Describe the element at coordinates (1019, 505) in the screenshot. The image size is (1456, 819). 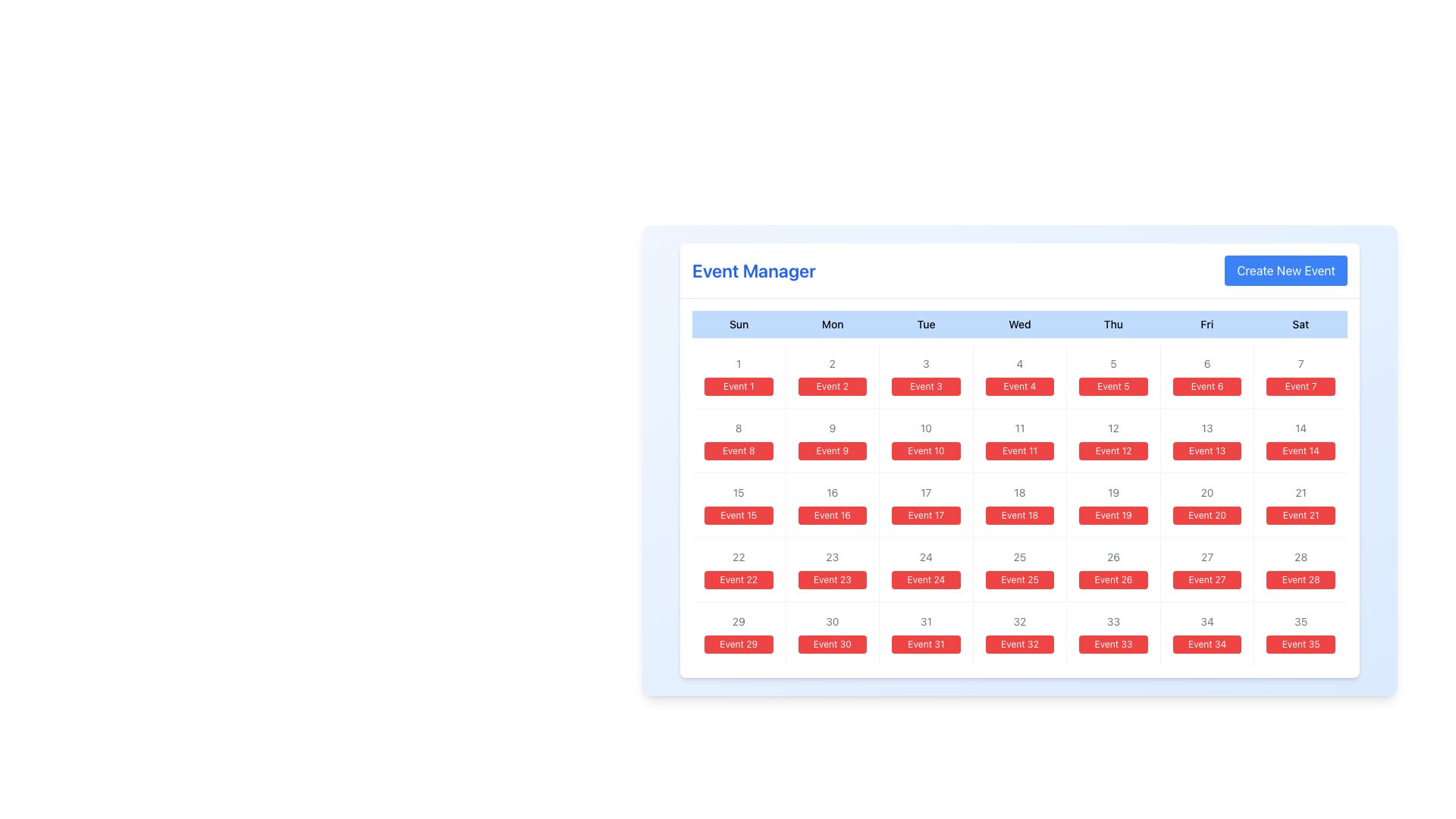
I see `the clickable card element labeled 'Event 18' that displays the number '18' in gray font, located in the fourth column of the third row under the day label 'Wed'` at that location.